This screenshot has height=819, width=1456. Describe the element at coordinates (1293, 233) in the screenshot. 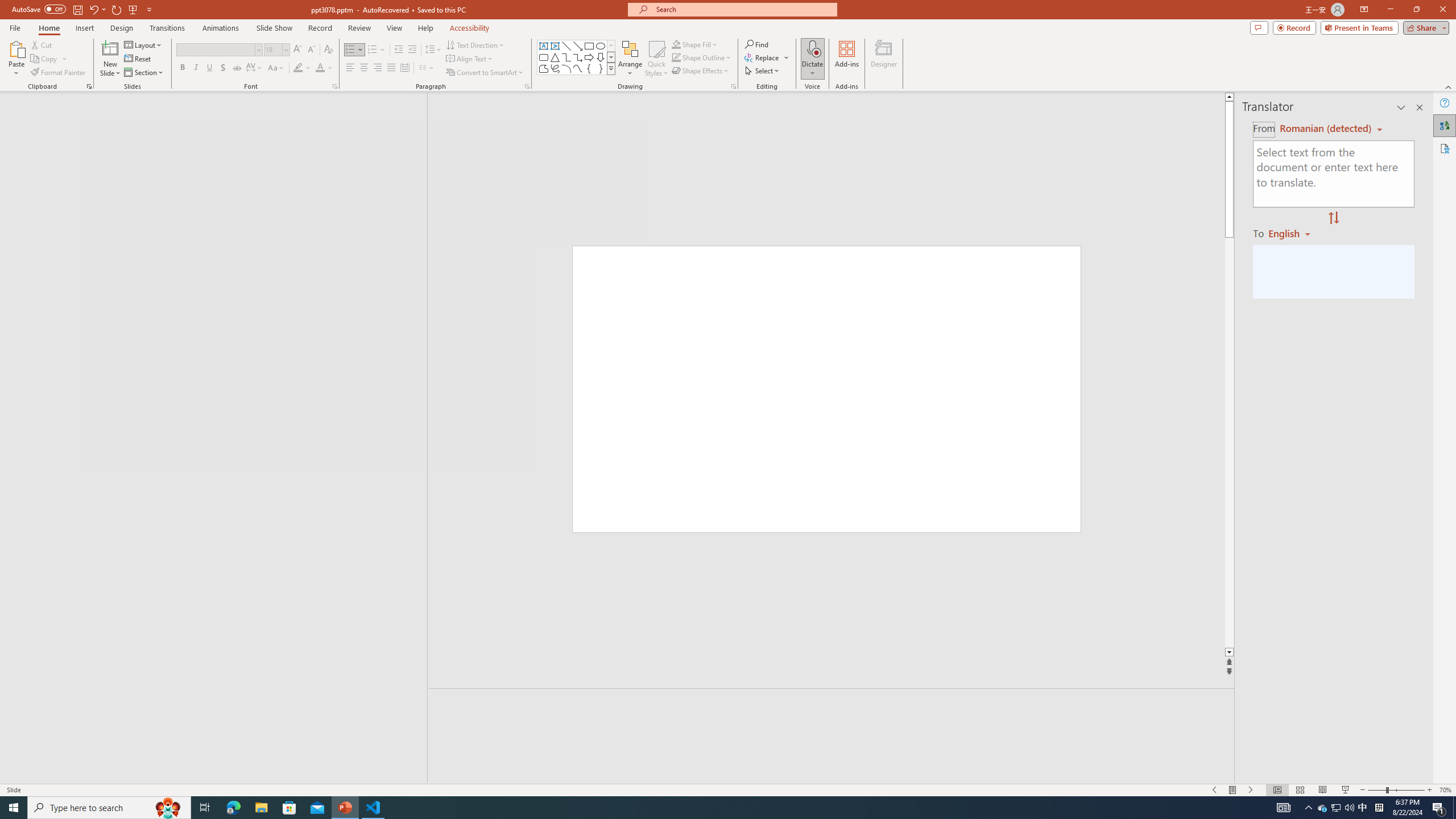

I see `'Romanian'` at that location.